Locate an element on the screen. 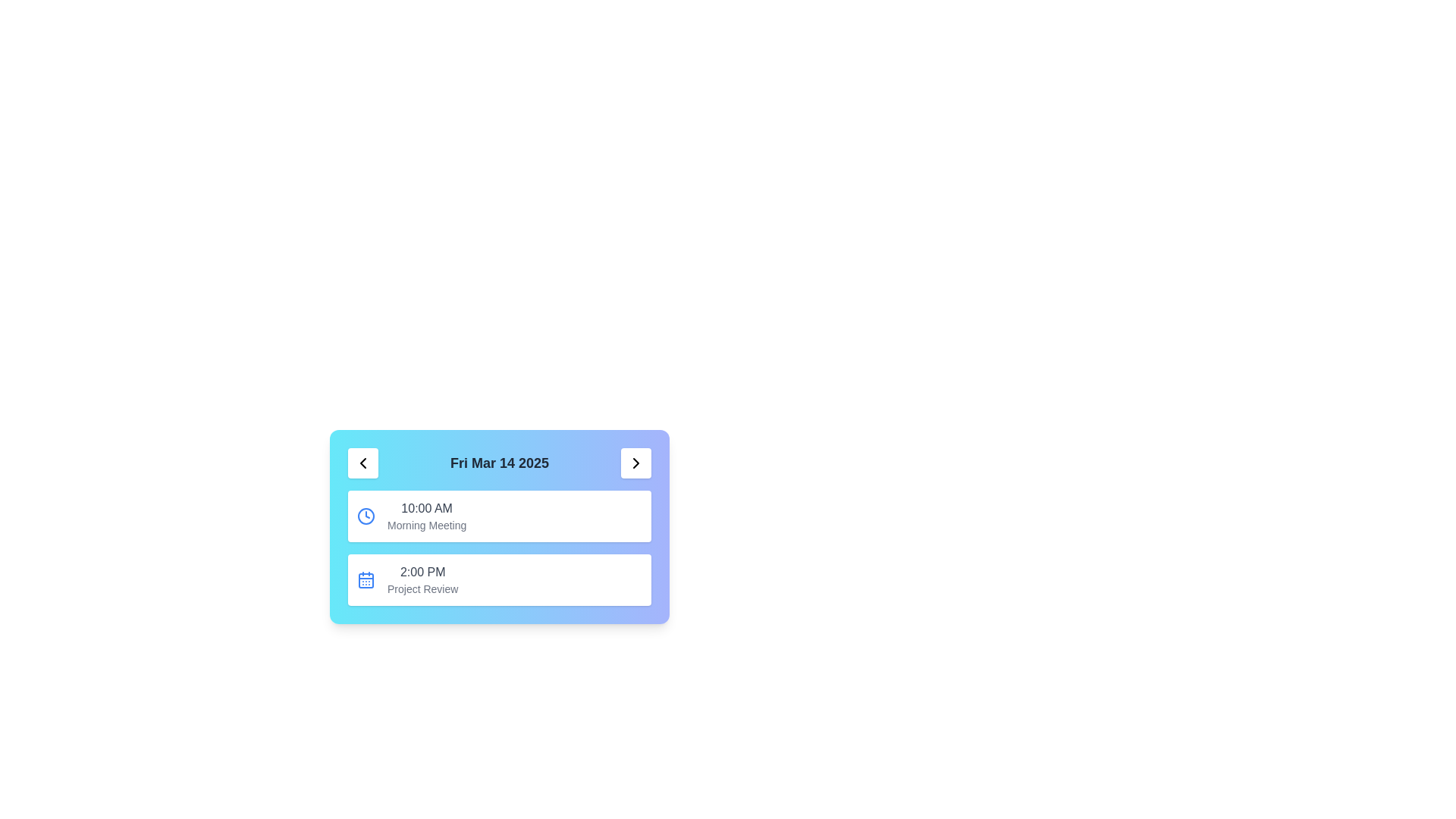  the blue clock icon located at the leftmost area of the first block representing a meeting item is located at coordinates (366, 516).